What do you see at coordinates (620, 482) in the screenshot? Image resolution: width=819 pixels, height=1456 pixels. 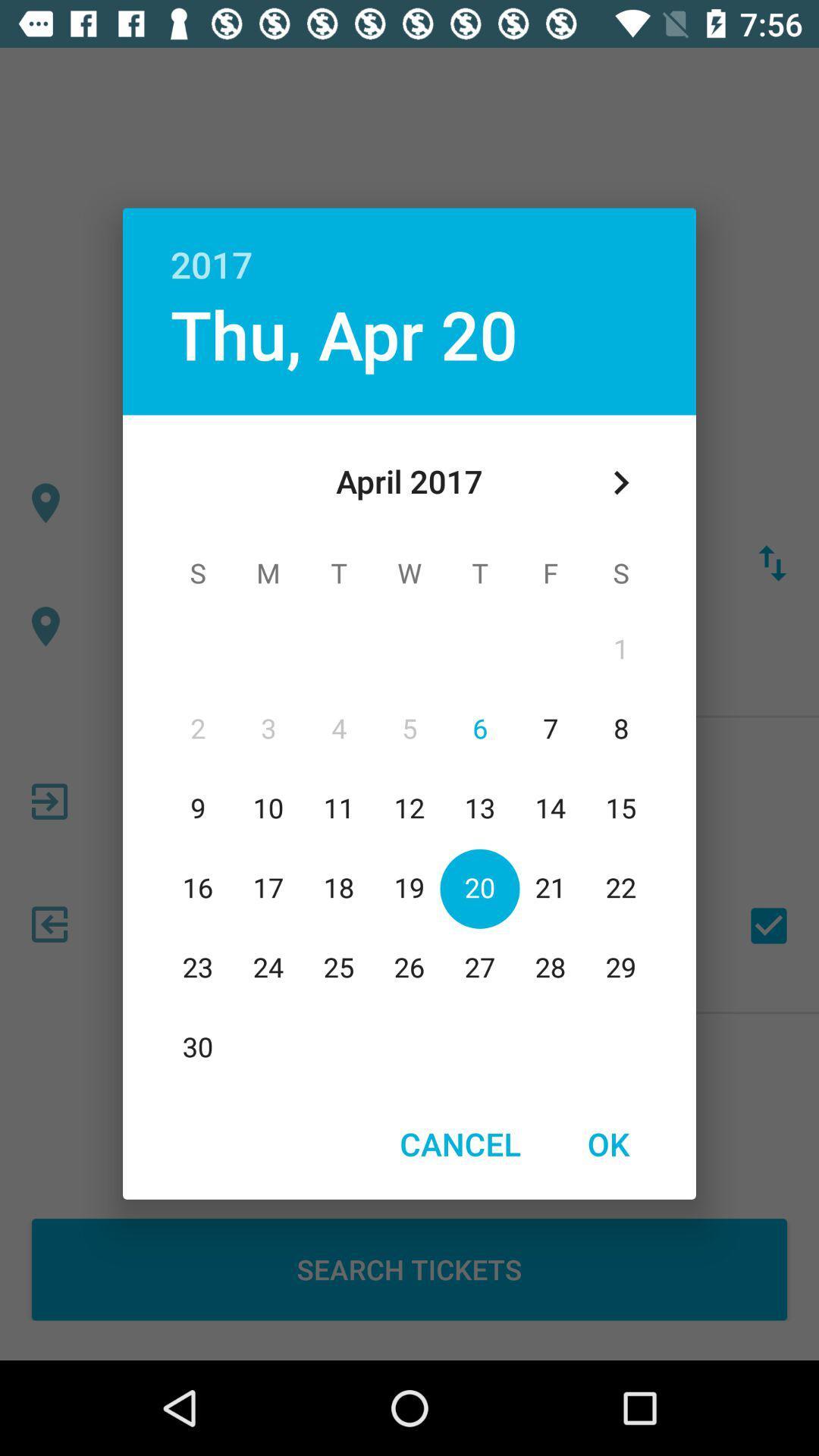 I see `icon below the 2017 item` at bounding box center [620, 482].